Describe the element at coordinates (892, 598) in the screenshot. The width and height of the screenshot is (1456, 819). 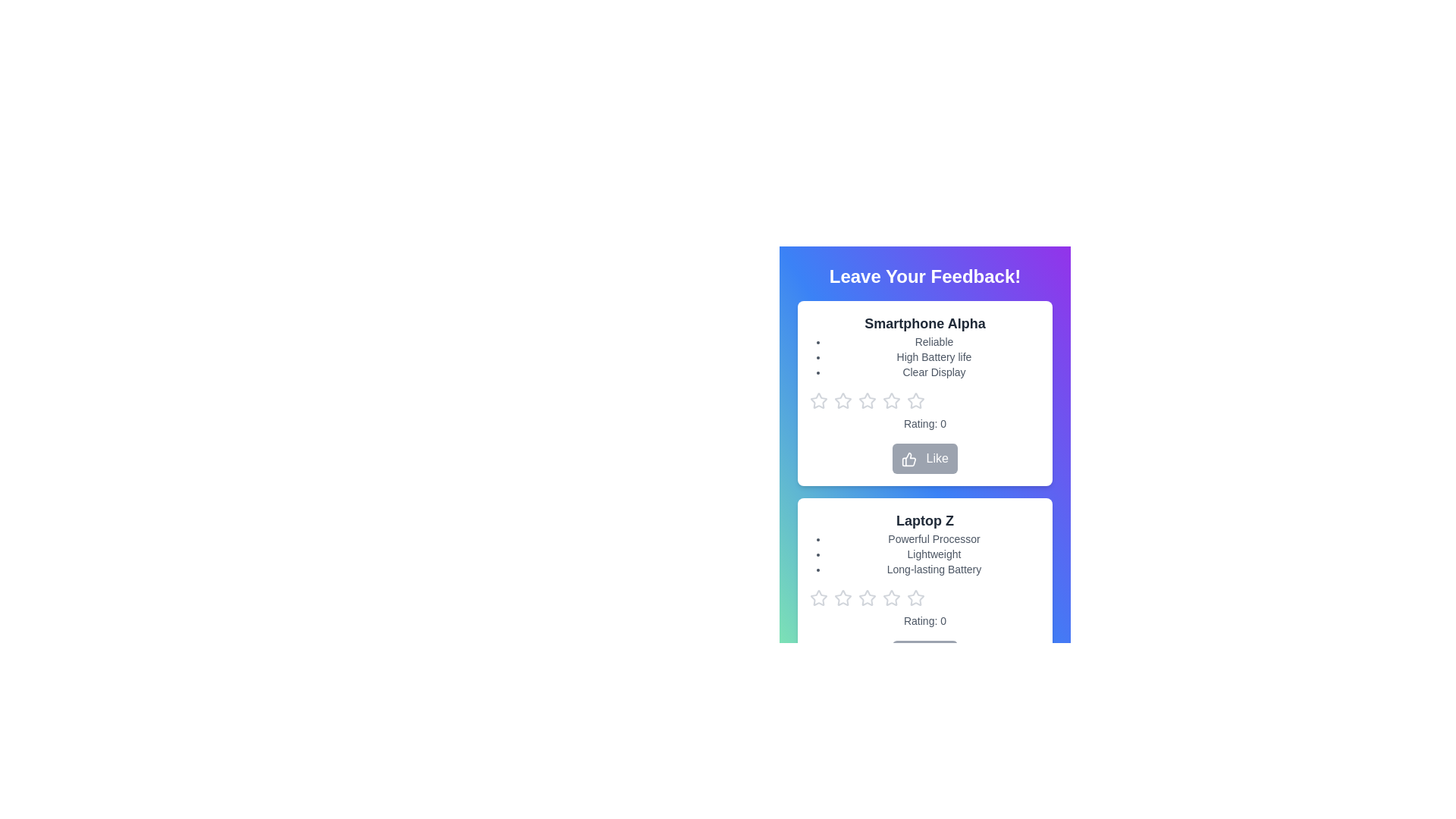
I see `the fifth star icon in the rating group for 'Laptop Z'` at that location.